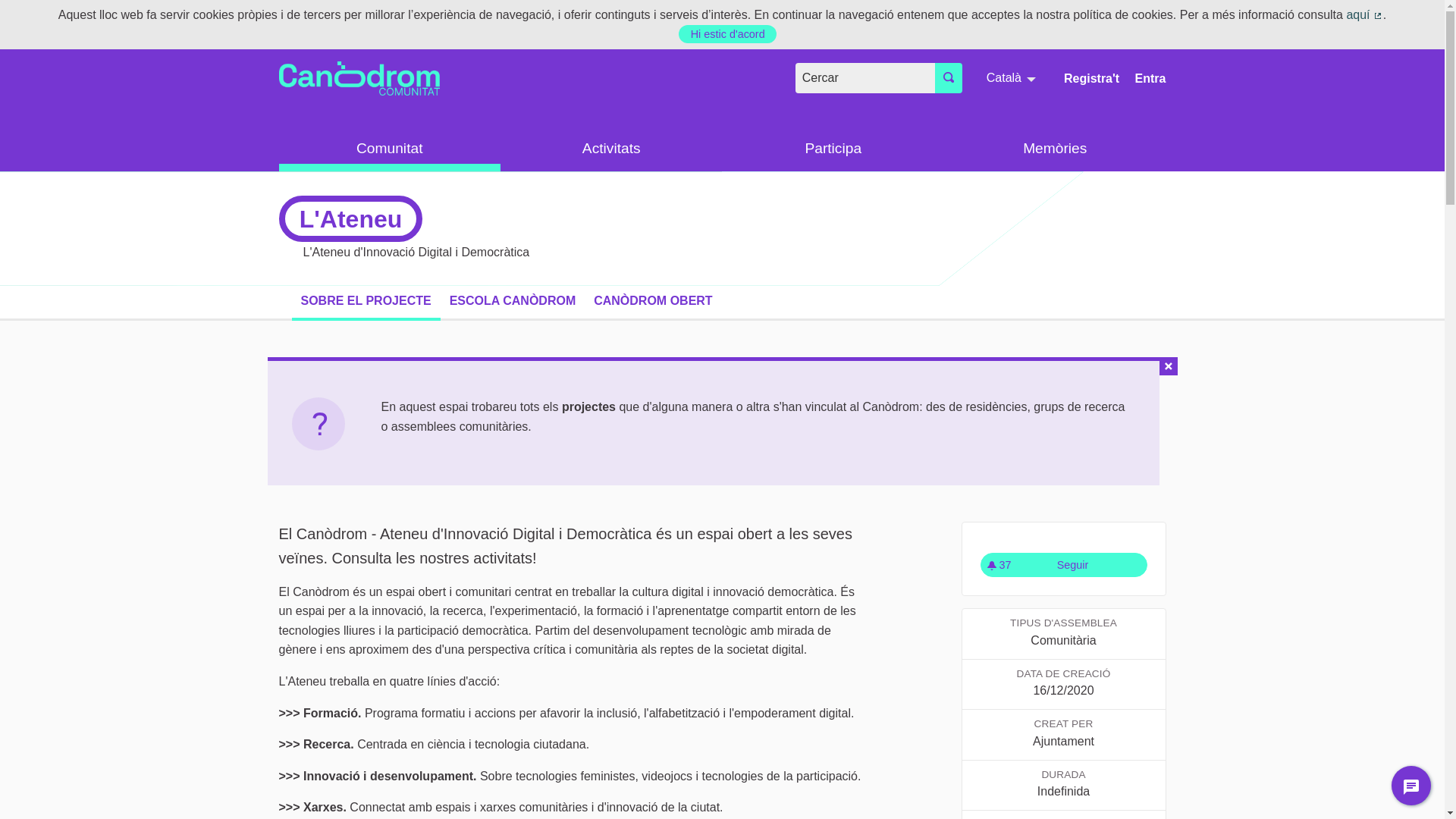 Image resolution: width=1456 pixels, height=819 pixels. I want to click on 'Comunitat', so click(279, 149).